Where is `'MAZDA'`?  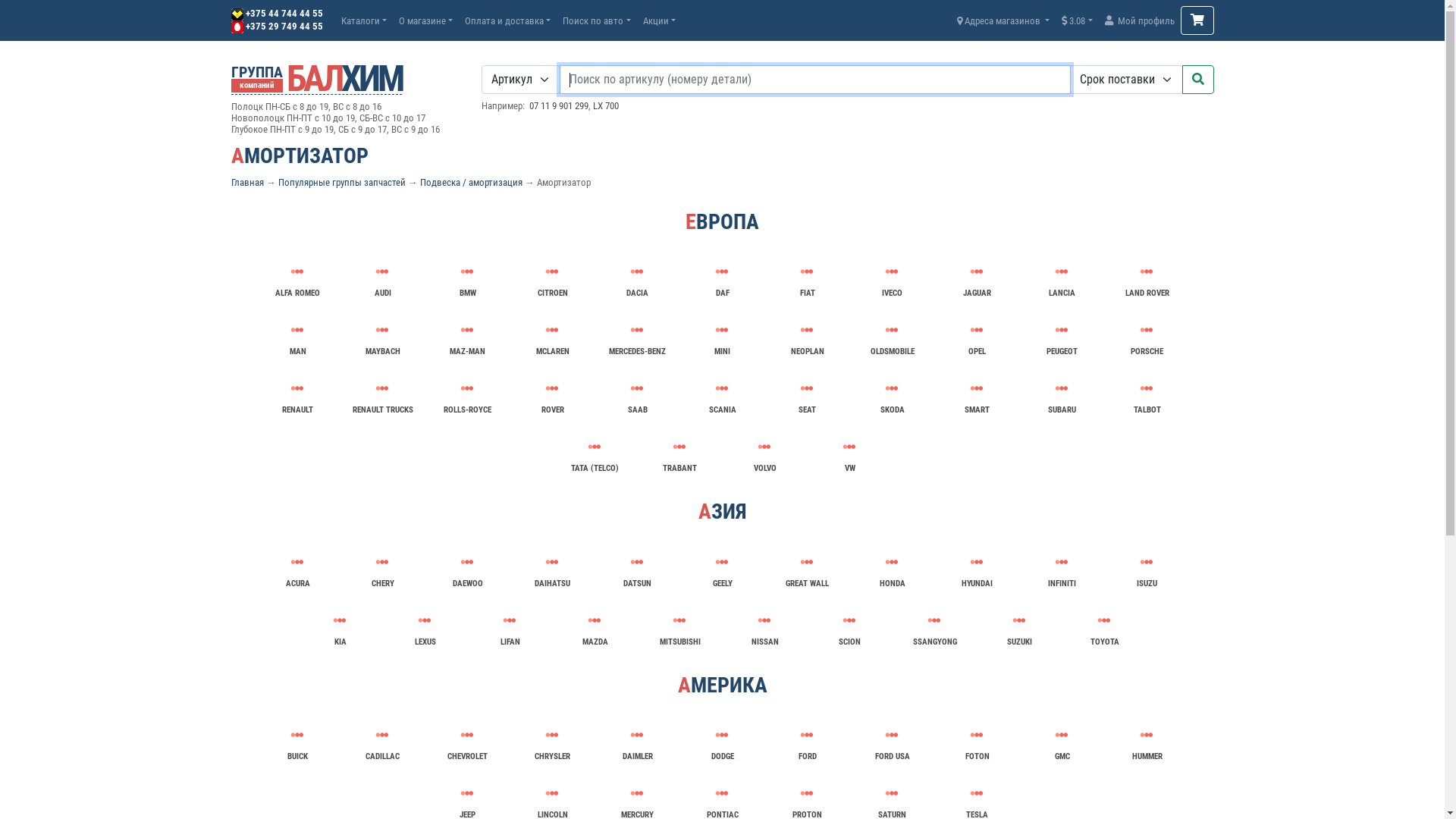
'MAZDA' is located at coordinates (594, 626).